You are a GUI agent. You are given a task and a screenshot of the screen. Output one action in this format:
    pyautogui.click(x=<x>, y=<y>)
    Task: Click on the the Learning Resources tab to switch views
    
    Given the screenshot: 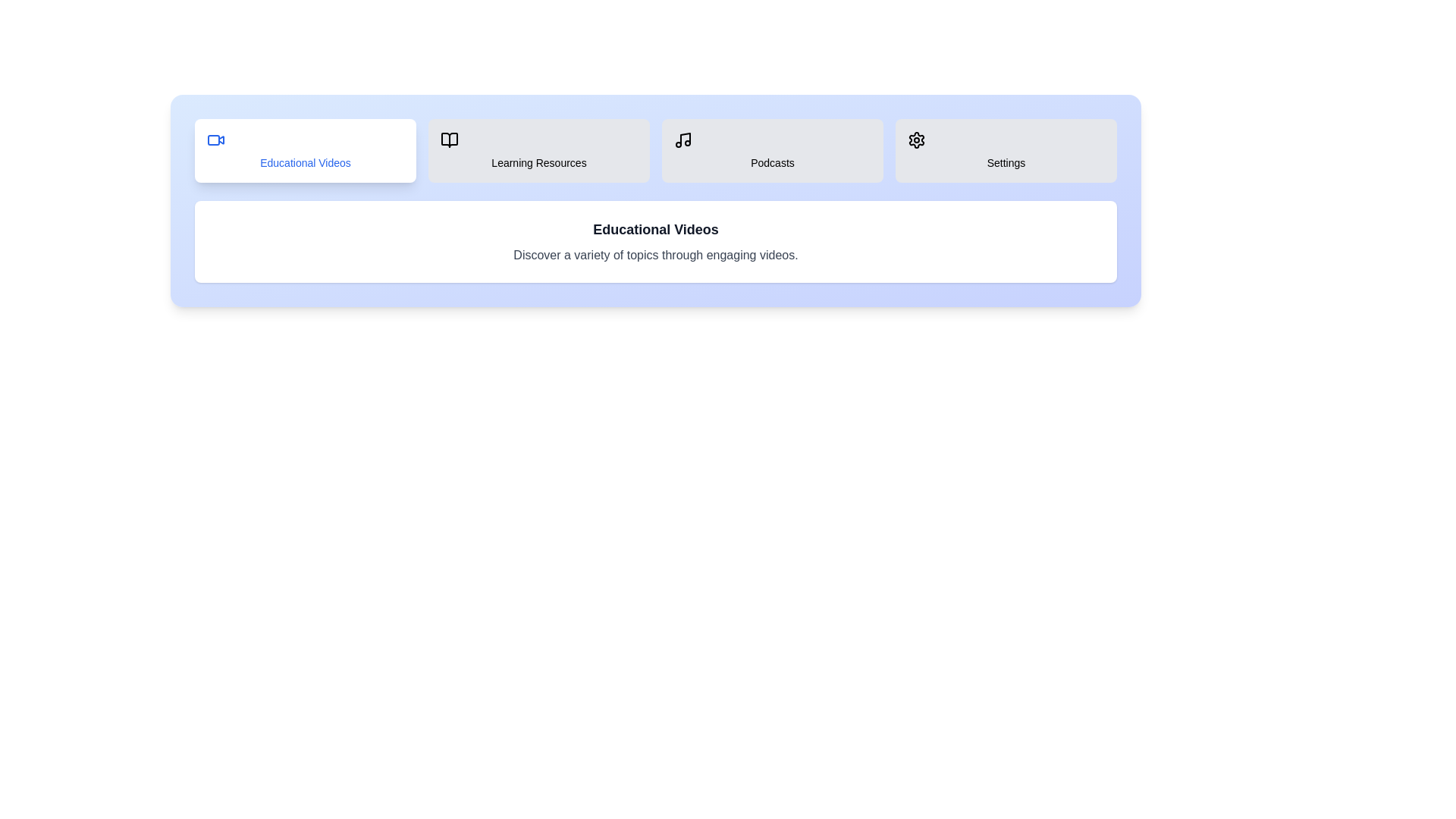 What is the action you would take?
    pyautogui.click(x=538, y=151)
    